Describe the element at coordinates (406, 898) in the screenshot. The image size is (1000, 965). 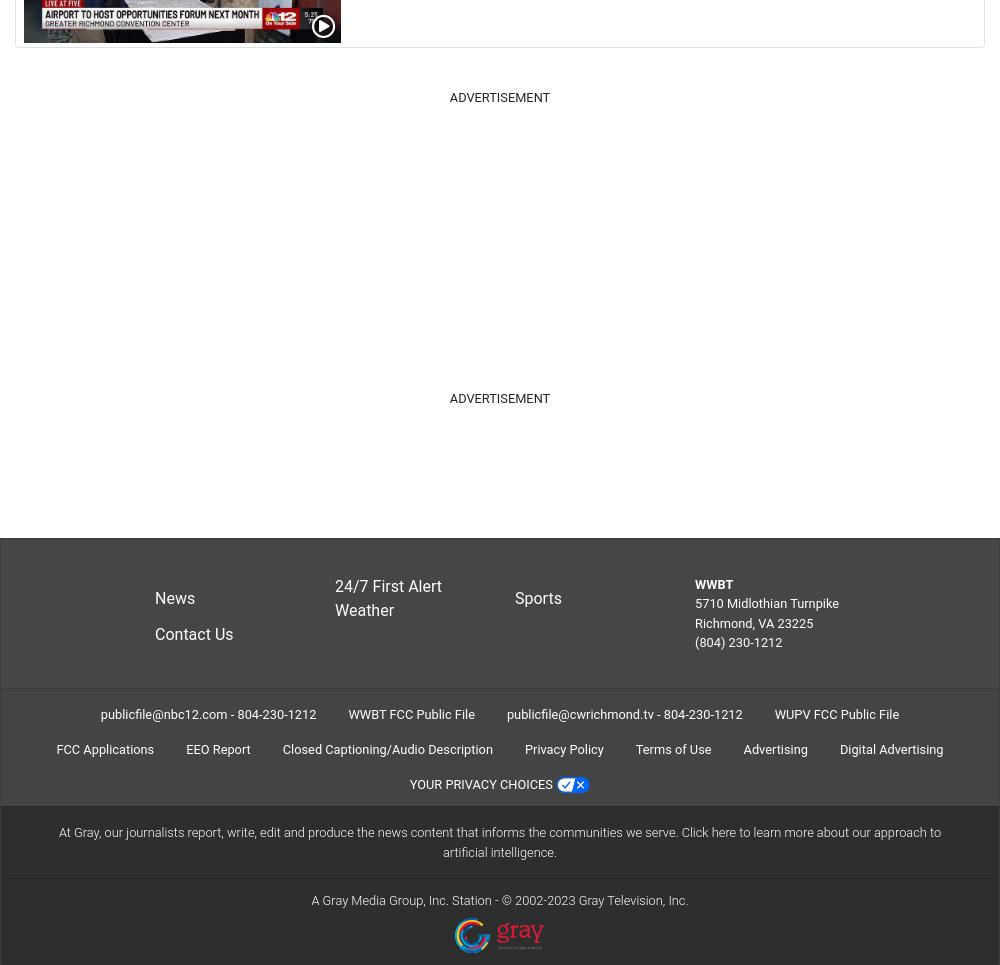
I see `'A Gray Media Group, Inc. Station -'` at that location.